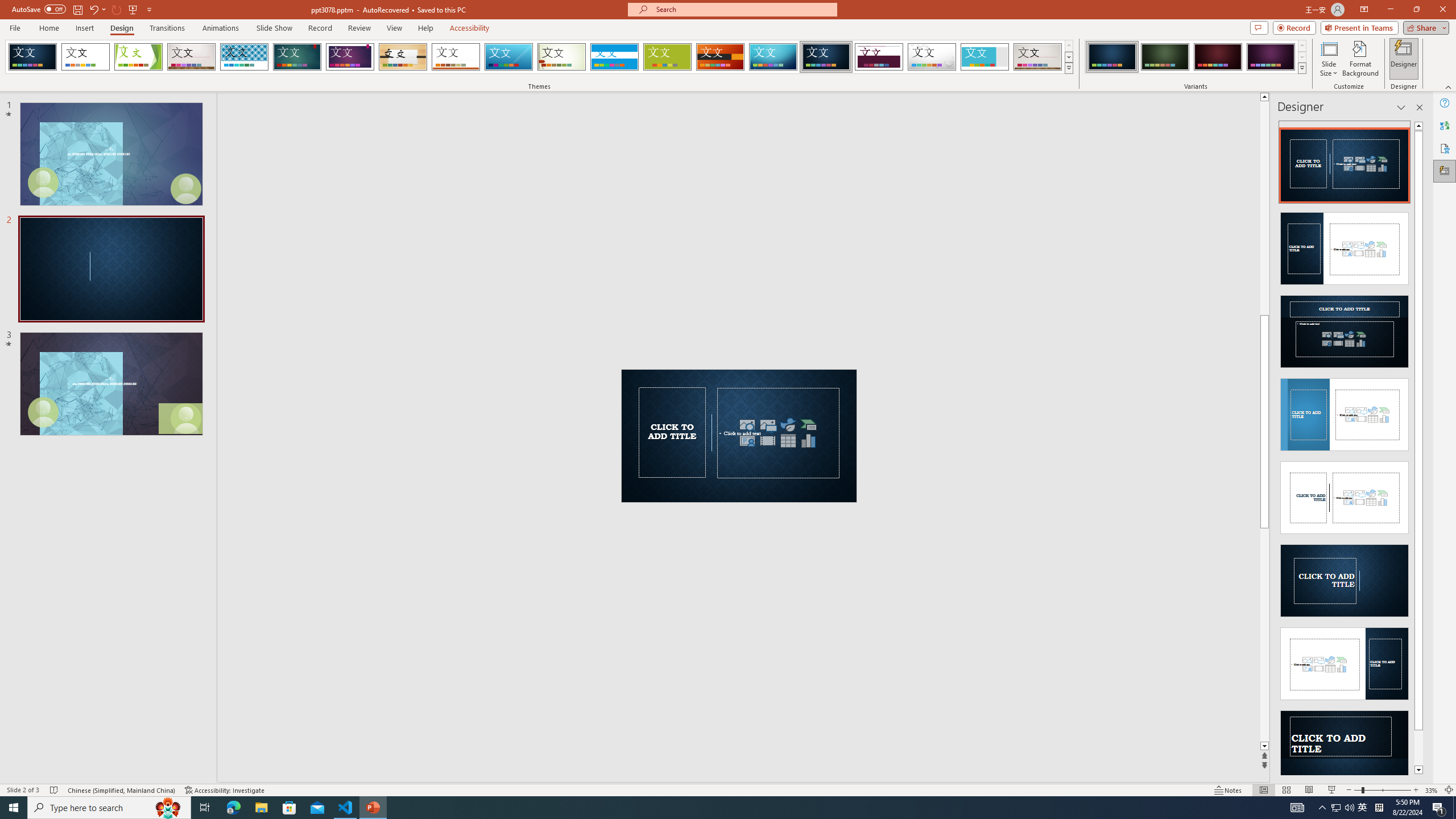  I want to click on 'Damask', so click(825, 56).